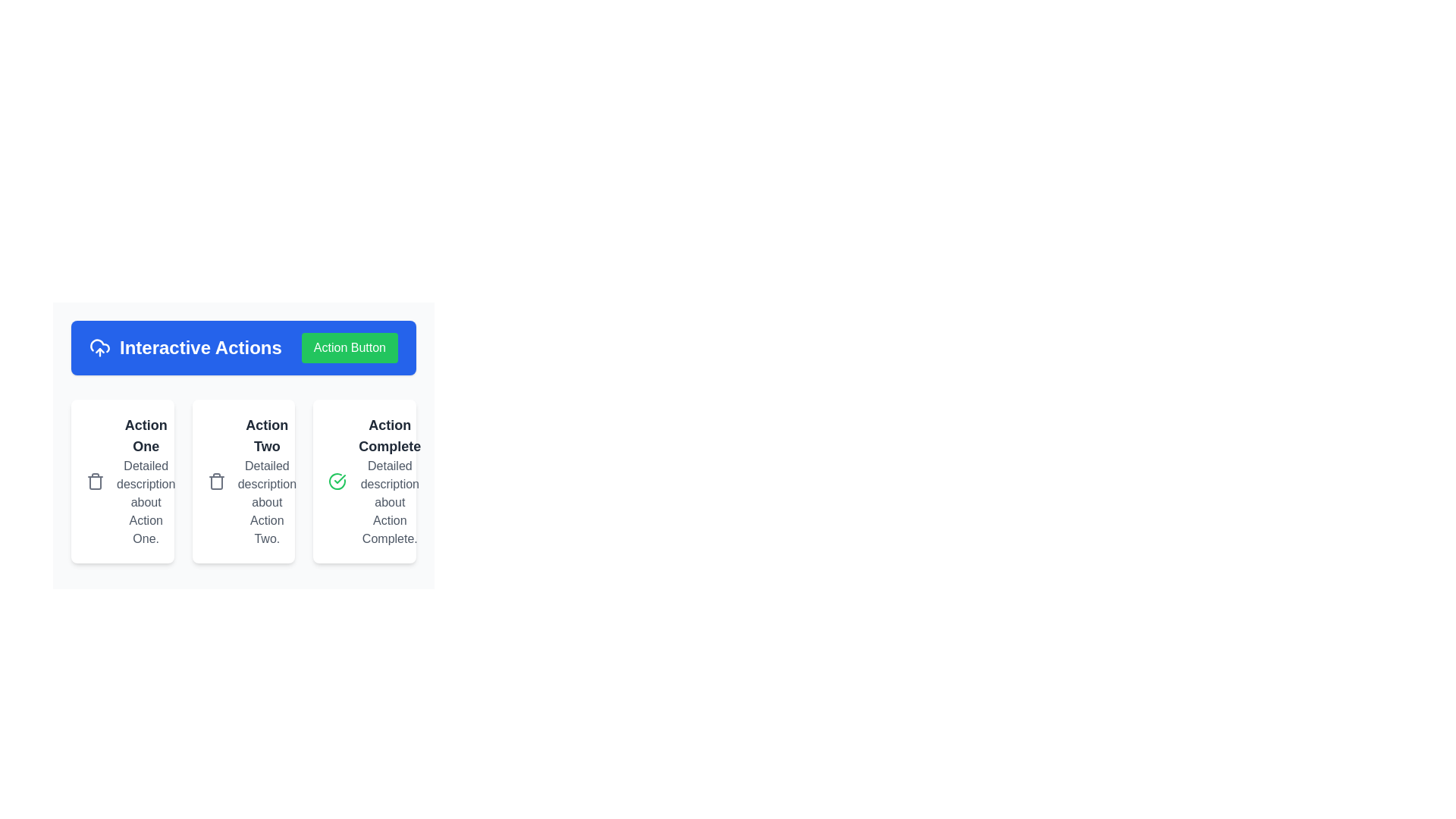 This screenshot has width=1456, height=819. What do you see at coordinates (99, 348) in the screenshot?
I see `the cloud upload icon with a blue background and white graphical lines, which is positioned to the left of the 'Interactive Actions' text` at bounding box center [99, 348].